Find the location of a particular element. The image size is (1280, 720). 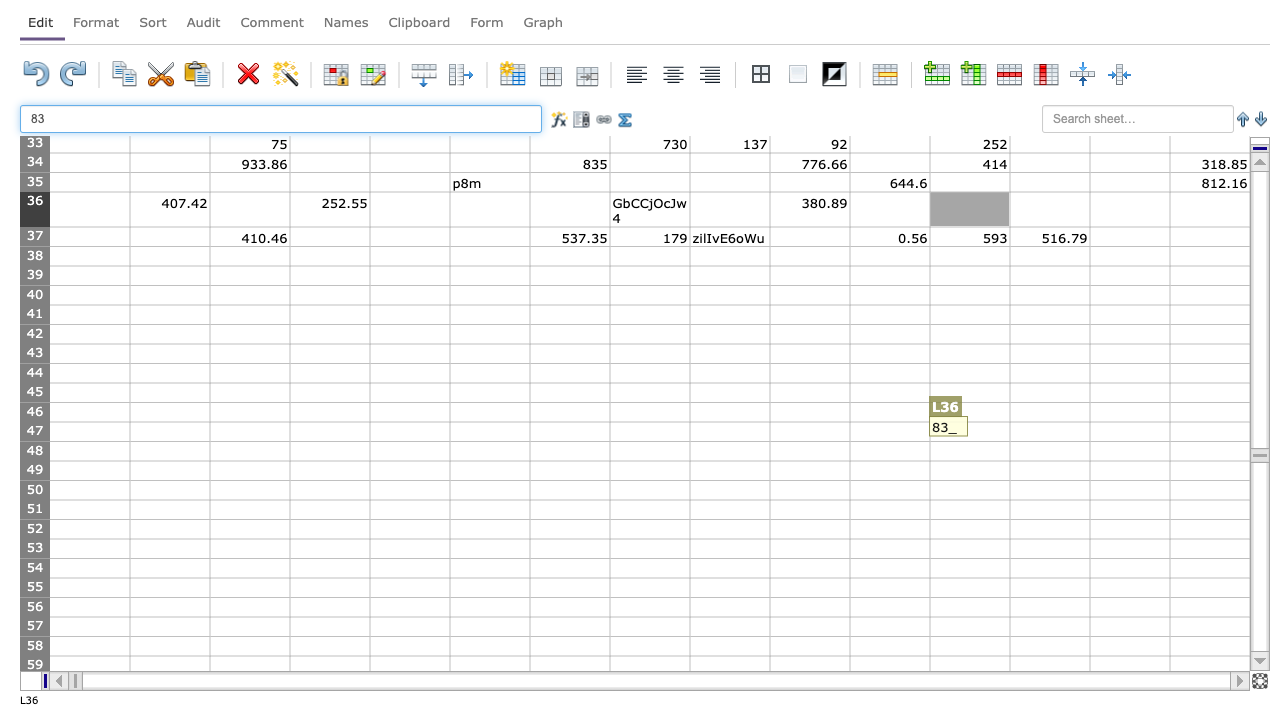

top left at column M row 58 is located at coordinates (1010, 636).